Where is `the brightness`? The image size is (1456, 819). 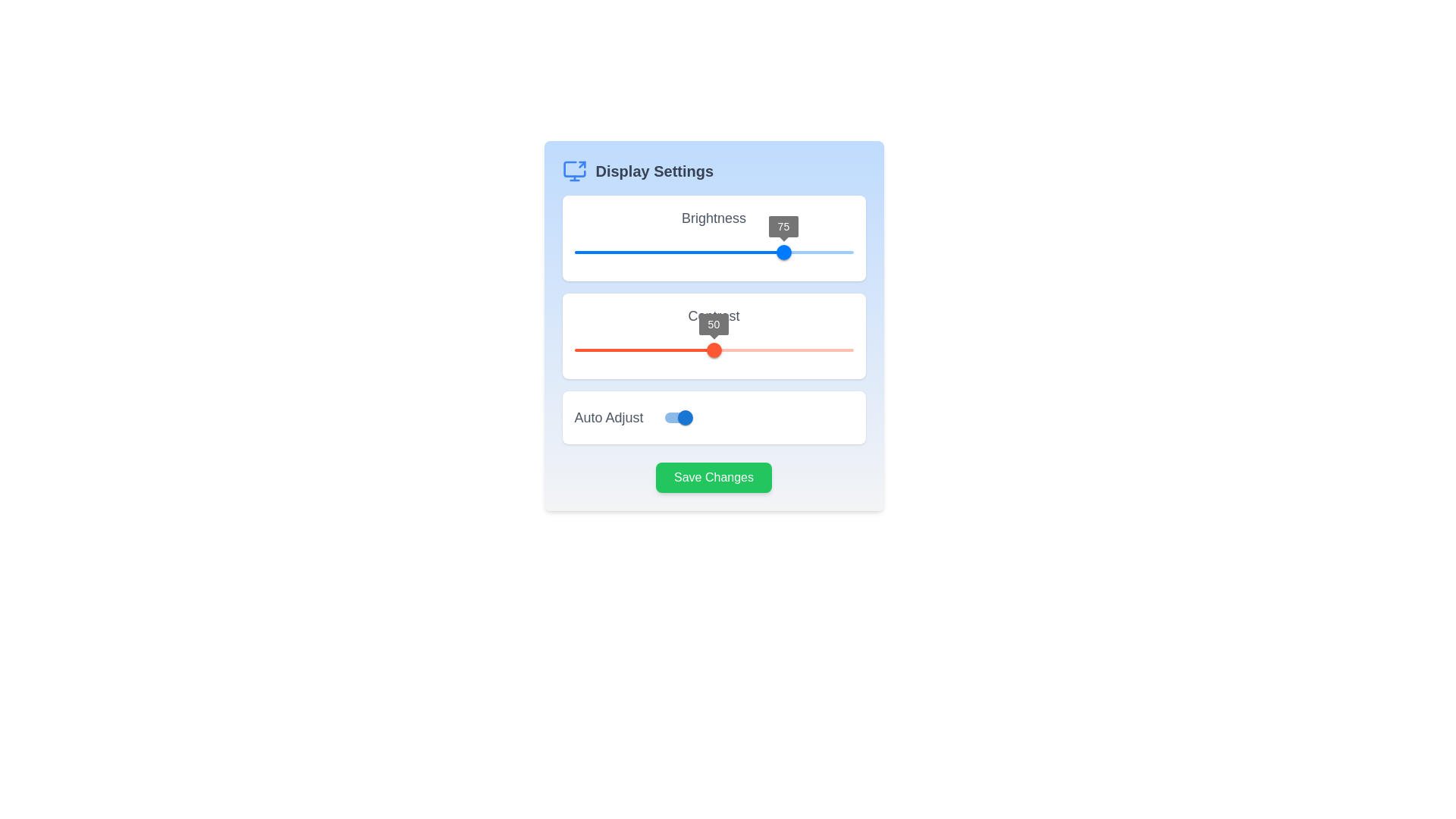 the brightness is located at coordinates (796, 251).